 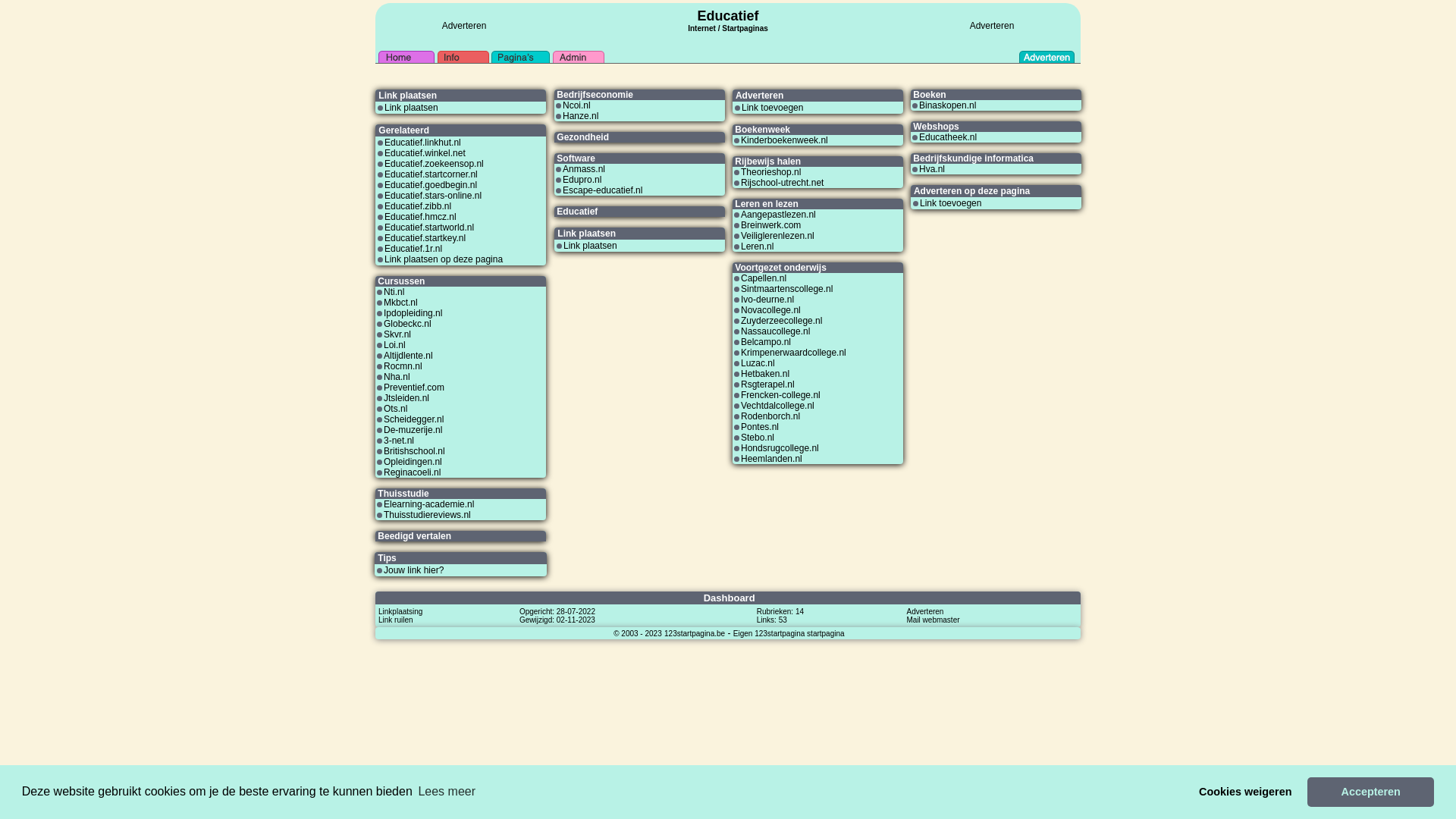 What do you see at coordinates (418, 206) in the screenshot?
I see `'Educatief.zibb.nl'` at bounding box center [418, 206].